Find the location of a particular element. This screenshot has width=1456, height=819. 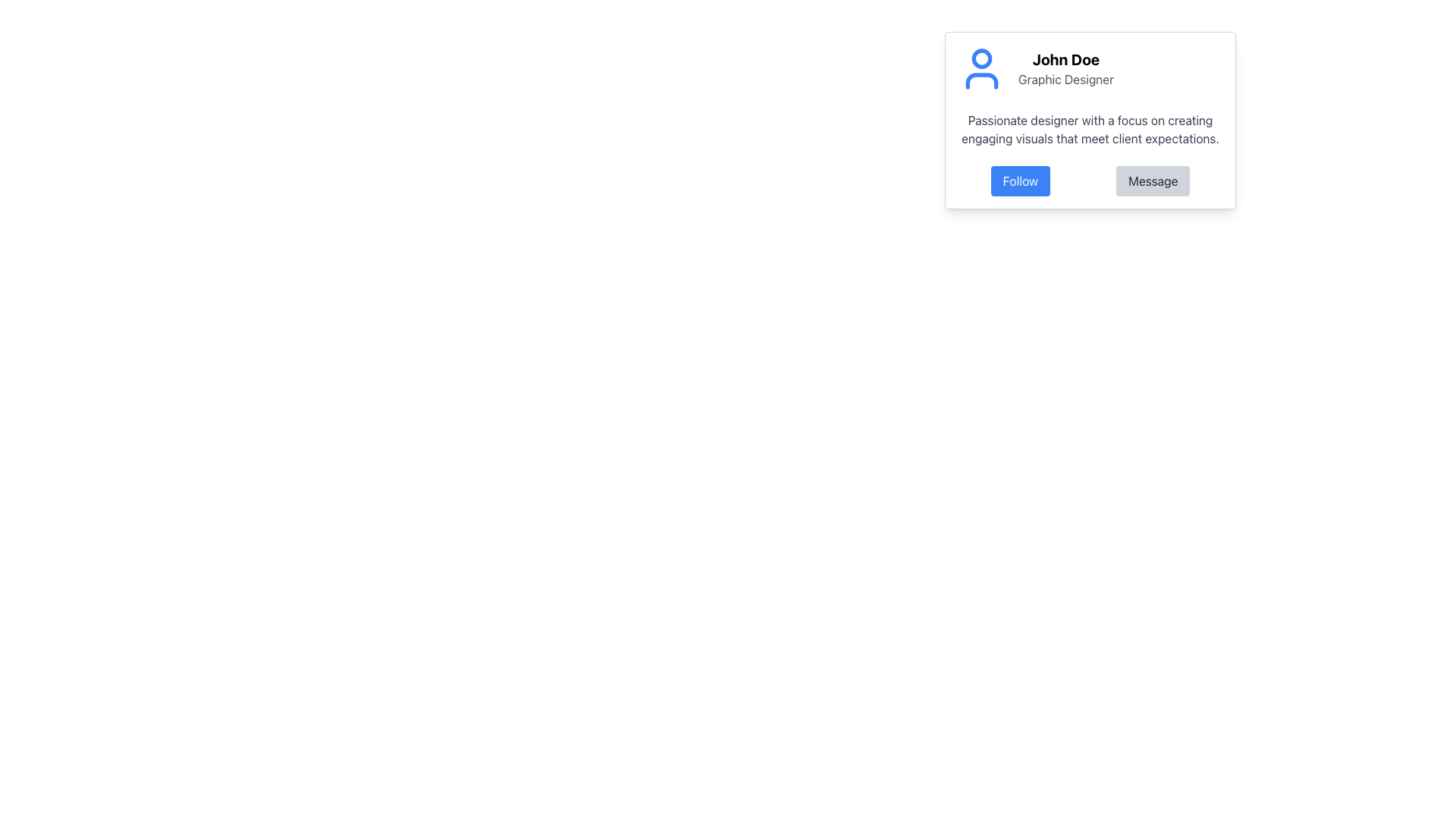

the Text label that describes the role or professional title of the user, located immediately below 'John Doe' in the user profile card is located at coordinates (1065, 79).